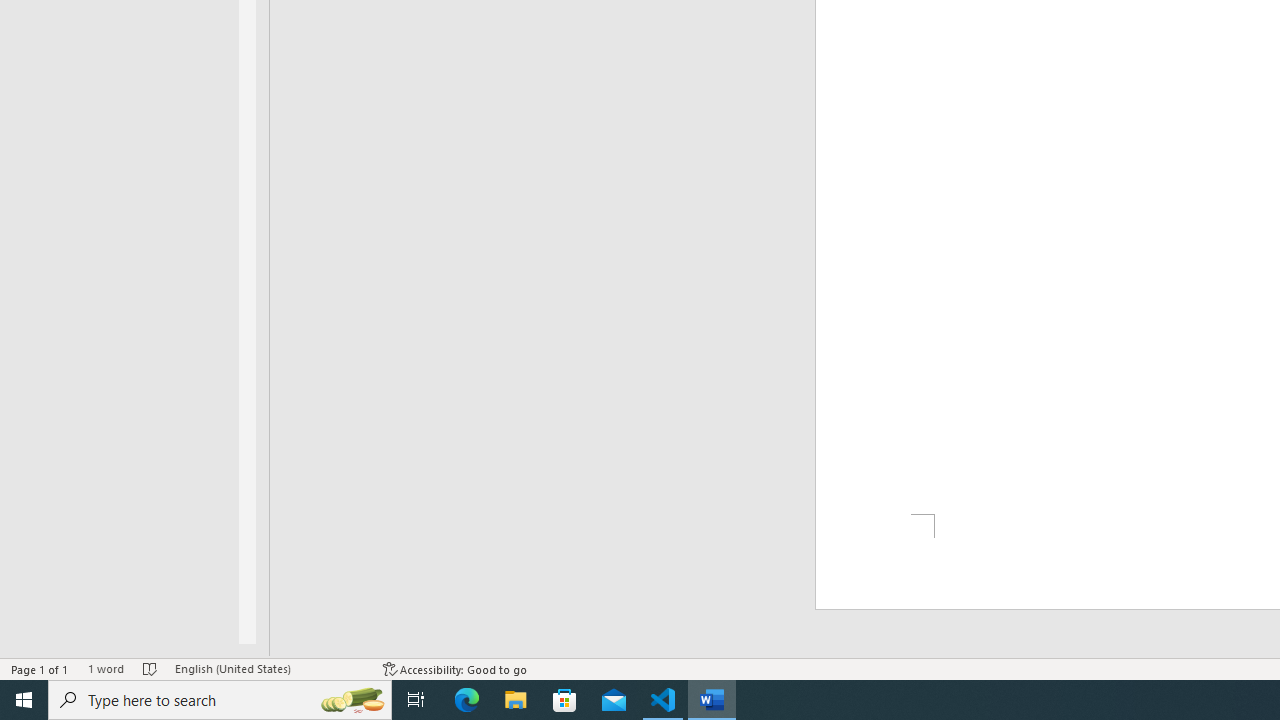 The width and height of the screenshot is (1280, 720). I want to click on 'Page Number Page 1 of 1', so click(40, 669).